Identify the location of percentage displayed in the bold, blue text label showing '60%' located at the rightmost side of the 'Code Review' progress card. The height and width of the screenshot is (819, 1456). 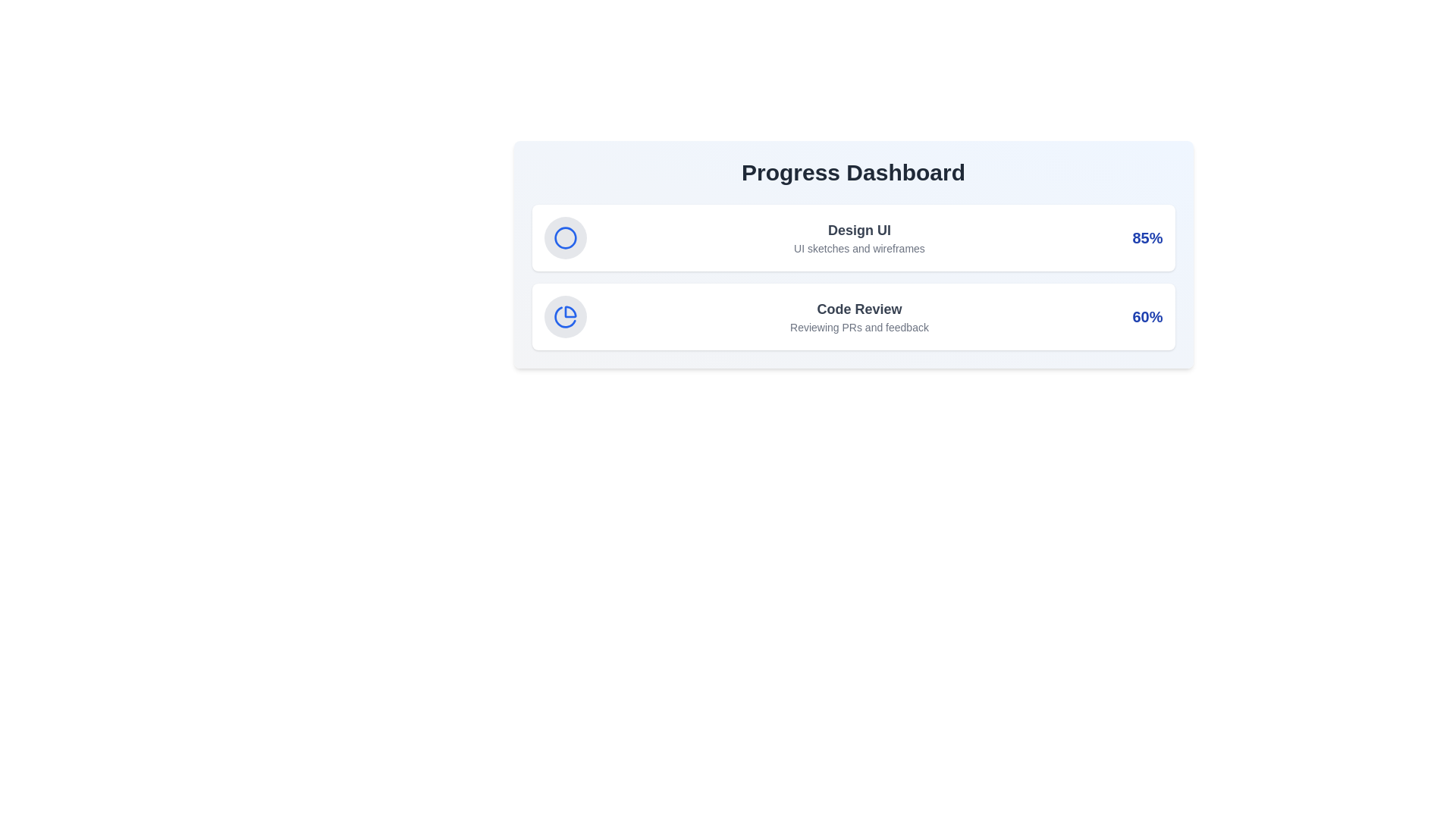
(1147, 315).